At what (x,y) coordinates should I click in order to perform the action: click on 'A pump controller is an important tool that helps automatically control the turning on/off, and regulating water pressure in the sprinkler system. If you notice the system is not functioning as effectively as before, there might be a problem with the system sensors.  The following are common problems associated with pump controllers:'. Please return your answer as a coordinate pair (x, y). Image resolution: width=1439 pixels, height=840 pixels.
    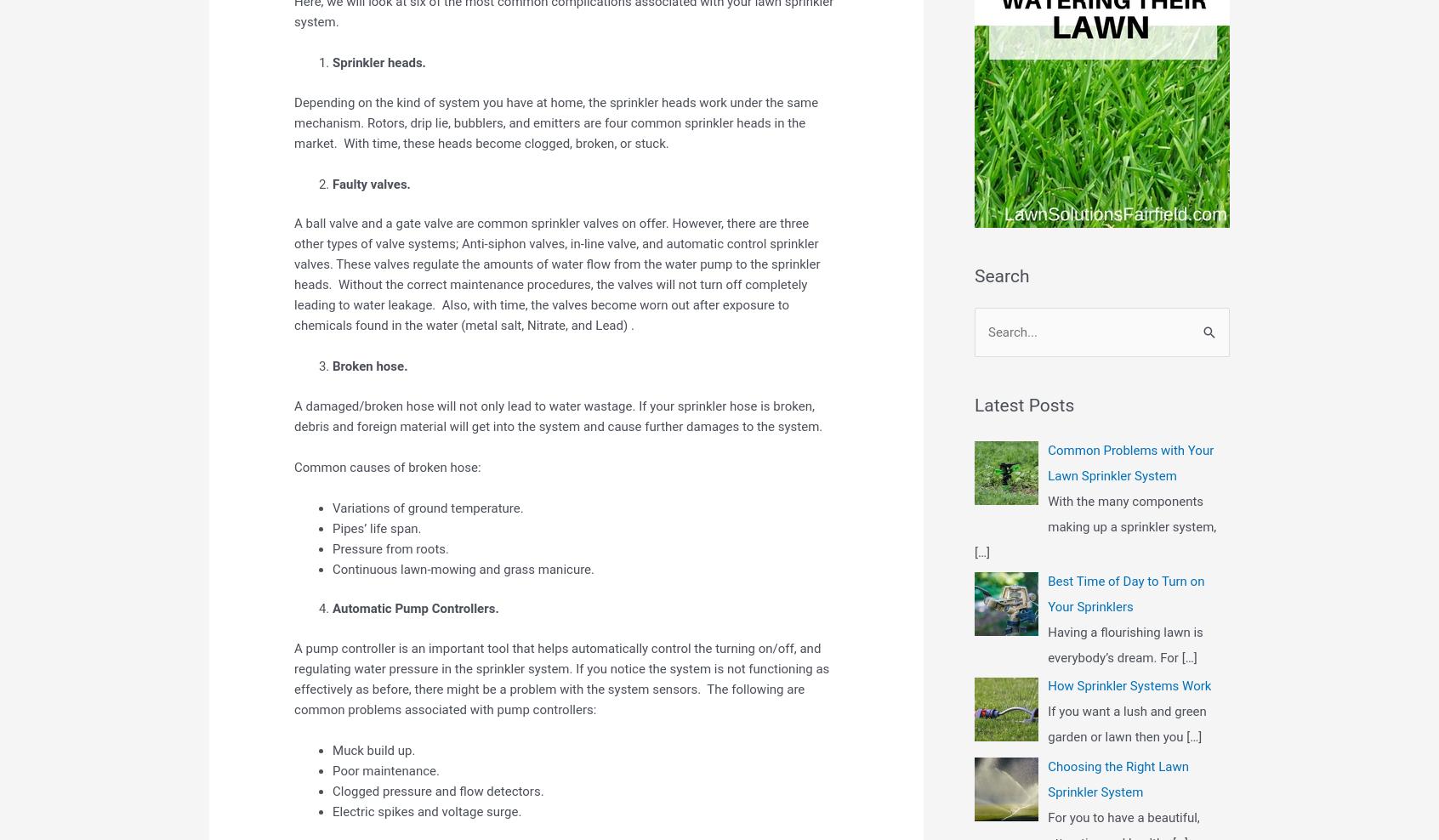
    Looking at the image, I should click on (561, 678).